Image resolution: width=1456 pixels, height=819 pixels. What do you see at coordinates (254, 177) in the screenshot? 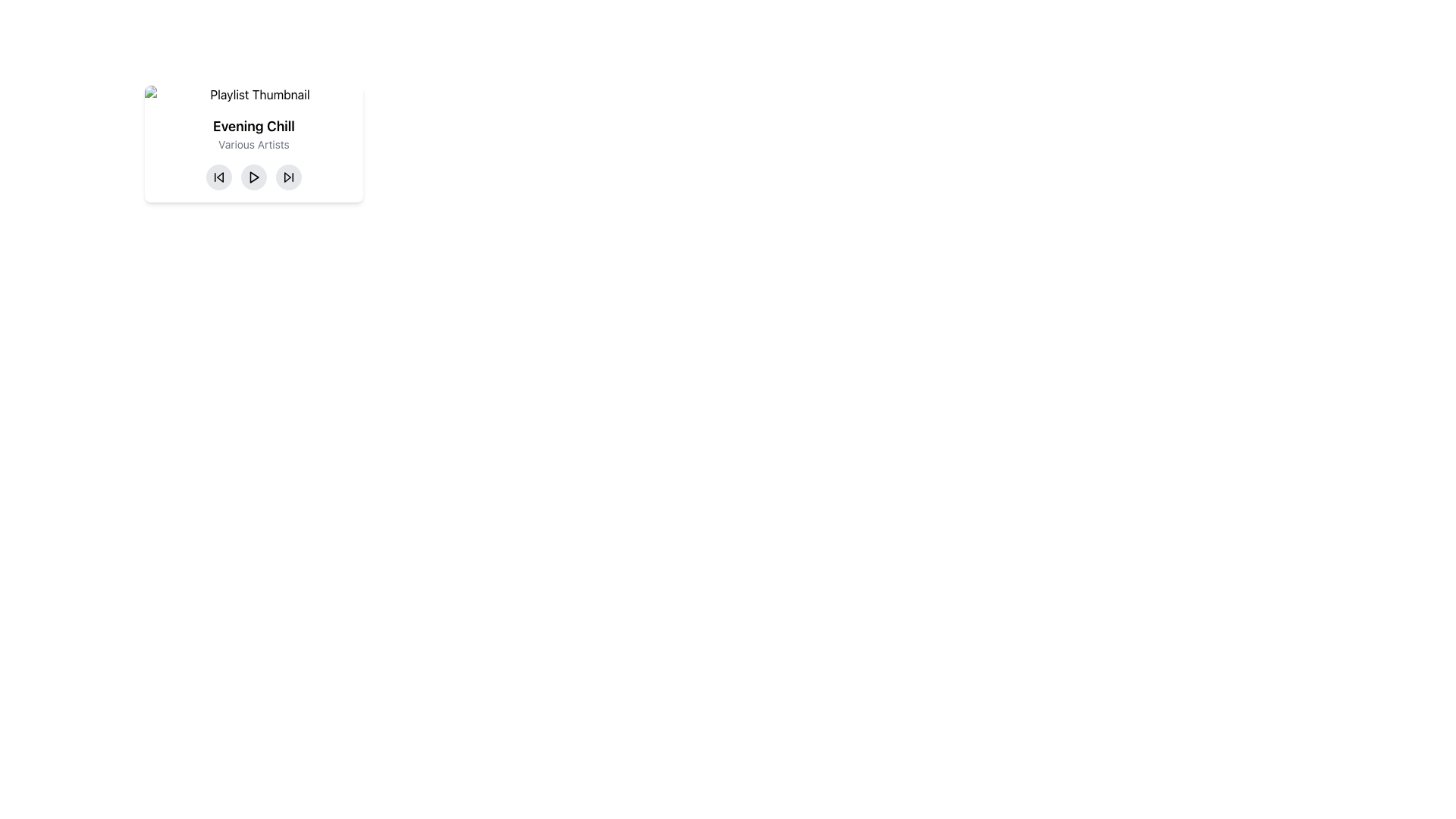
I see `the play button located below the text 'Evening Chill' and 'Various Artists' to play the media` at bounding box center [254, 177].